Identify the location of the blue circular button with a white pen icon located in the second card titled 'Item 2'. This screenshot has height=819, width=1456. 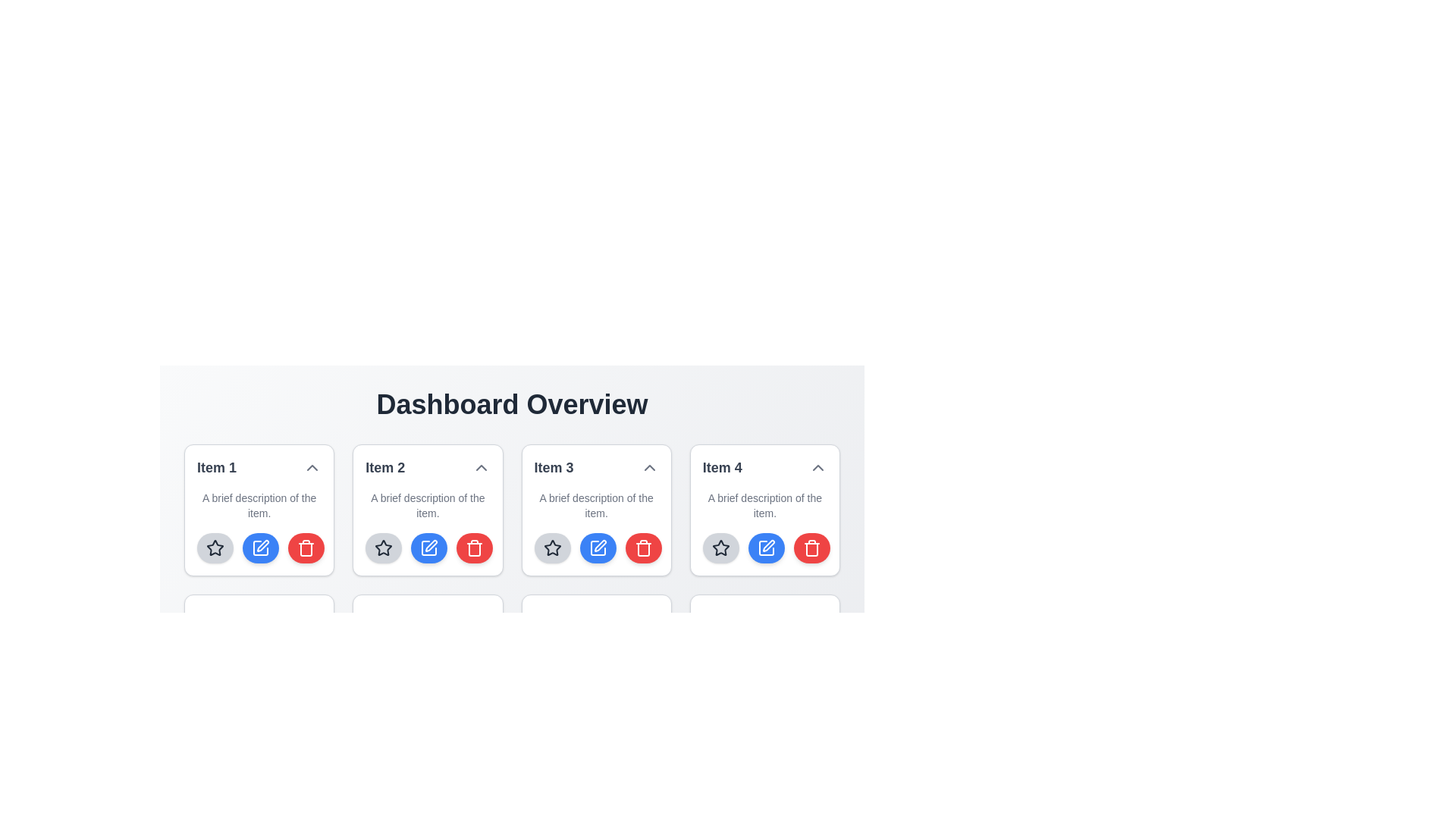
(262, 546).